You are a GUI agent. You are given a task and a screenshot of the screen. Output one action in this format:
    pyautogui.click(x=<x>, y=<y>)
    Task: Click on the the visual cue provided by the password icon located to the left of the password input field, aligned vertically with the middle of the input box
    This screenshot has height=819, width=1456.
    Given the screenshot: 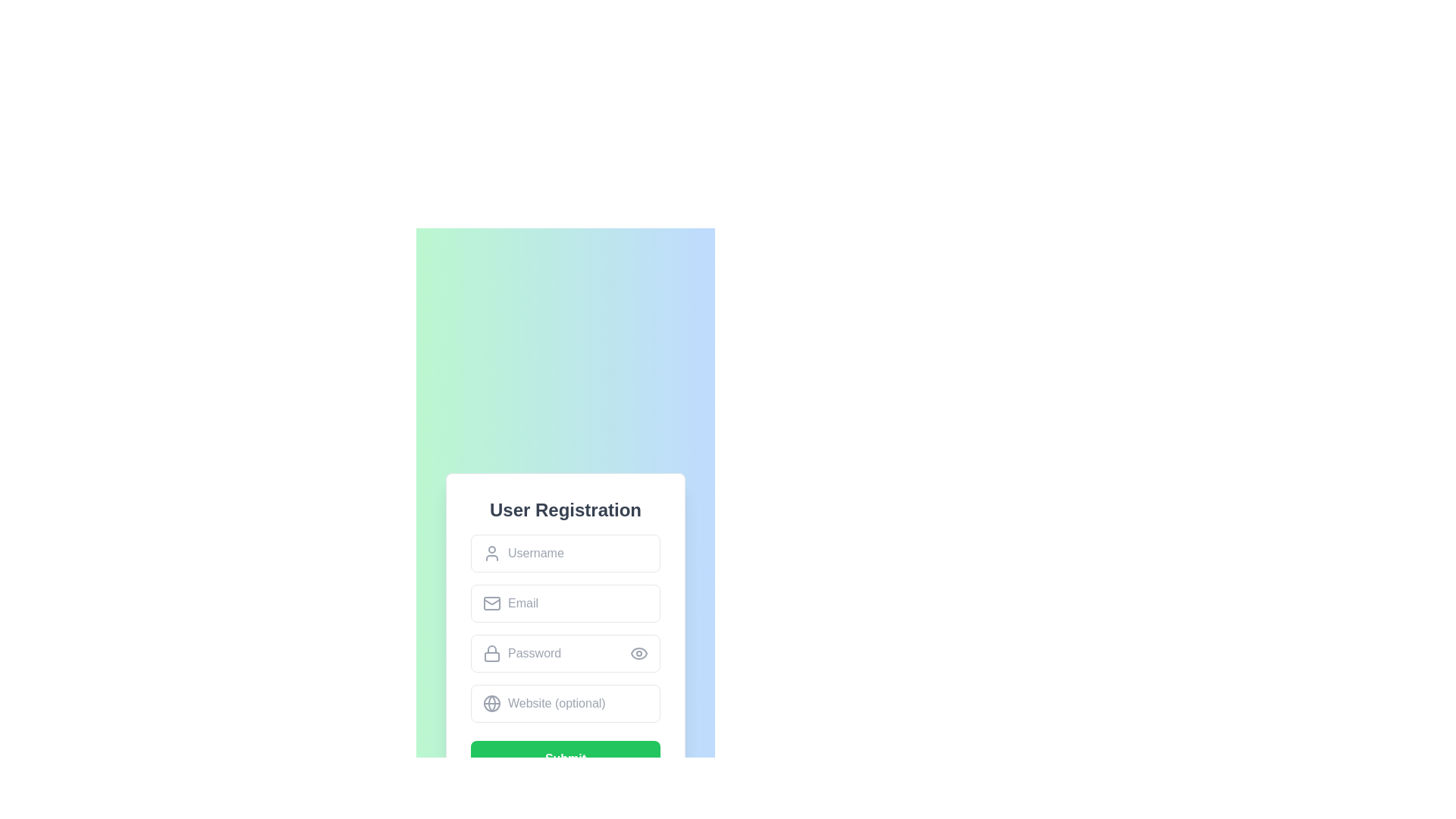 What is the action you would take?
    pyautogui.click(x=491, y=652)
    